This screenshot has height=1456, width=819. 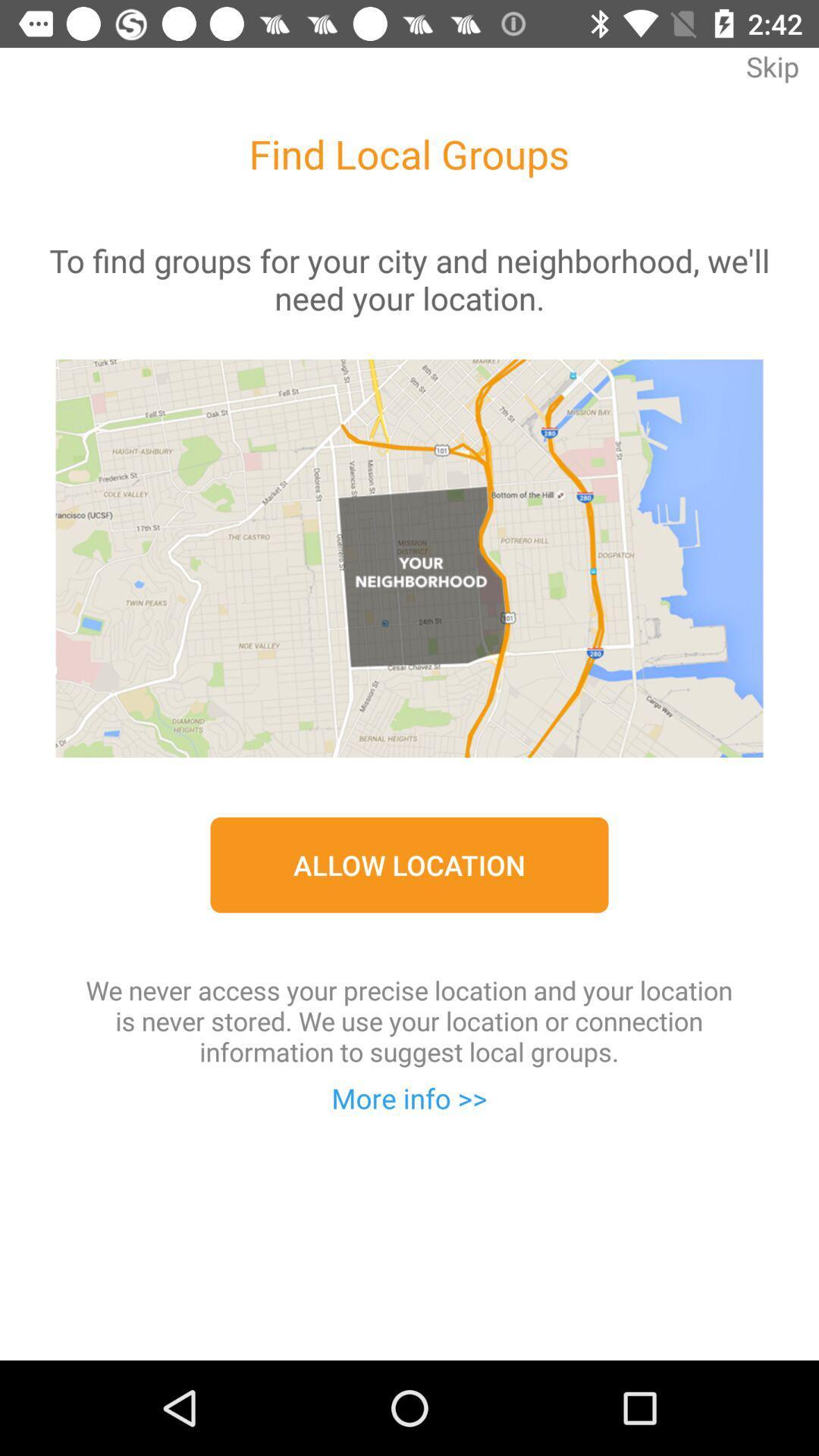 What do you see at coordinates (409, 864) in the screenshot?
I see `the allow location icon` at bounding box center [409, 864].